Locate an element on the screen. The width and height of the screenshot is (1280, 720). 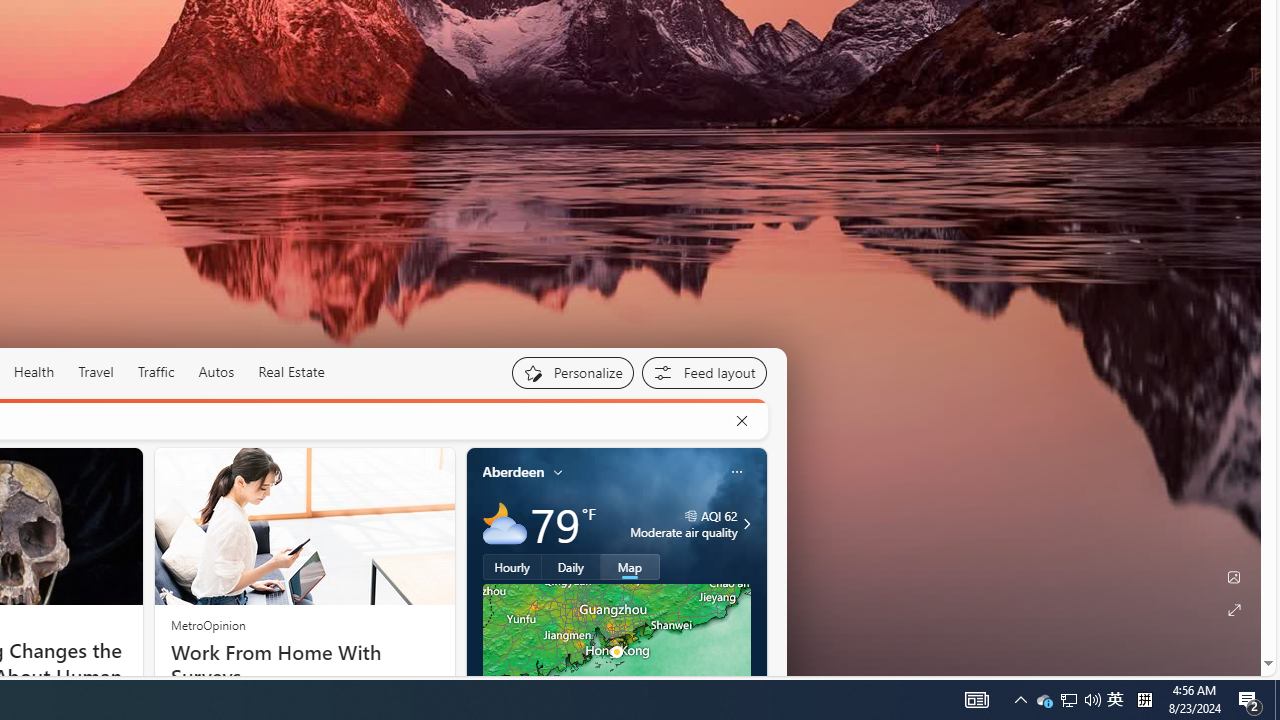
'aqi-icon' is located at coordinates (691, 514).